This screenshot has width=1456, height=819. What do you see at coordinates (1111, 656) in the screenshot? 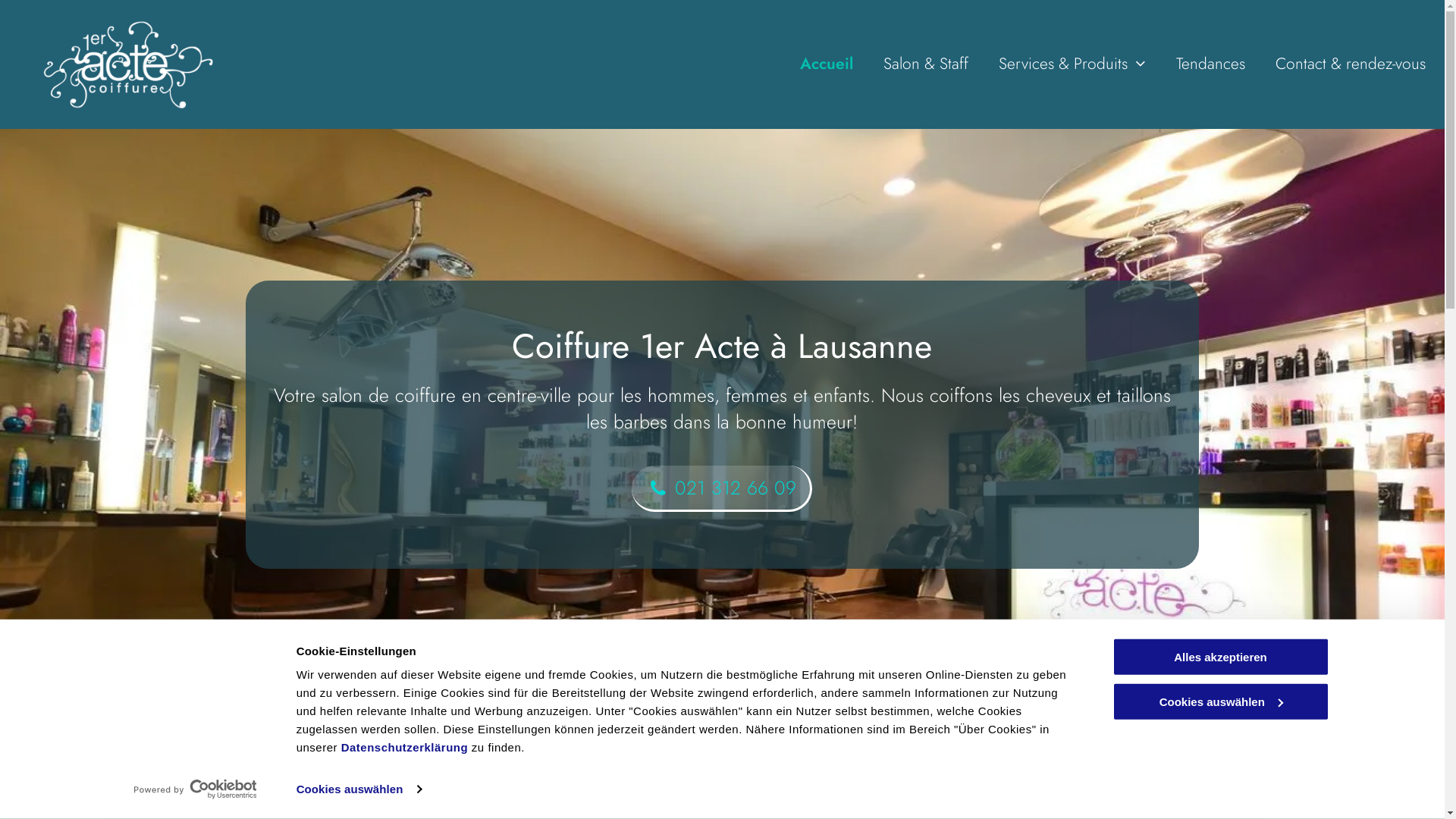
I see `'Alles akzeptieren'` at bounding box center [1111, 656].